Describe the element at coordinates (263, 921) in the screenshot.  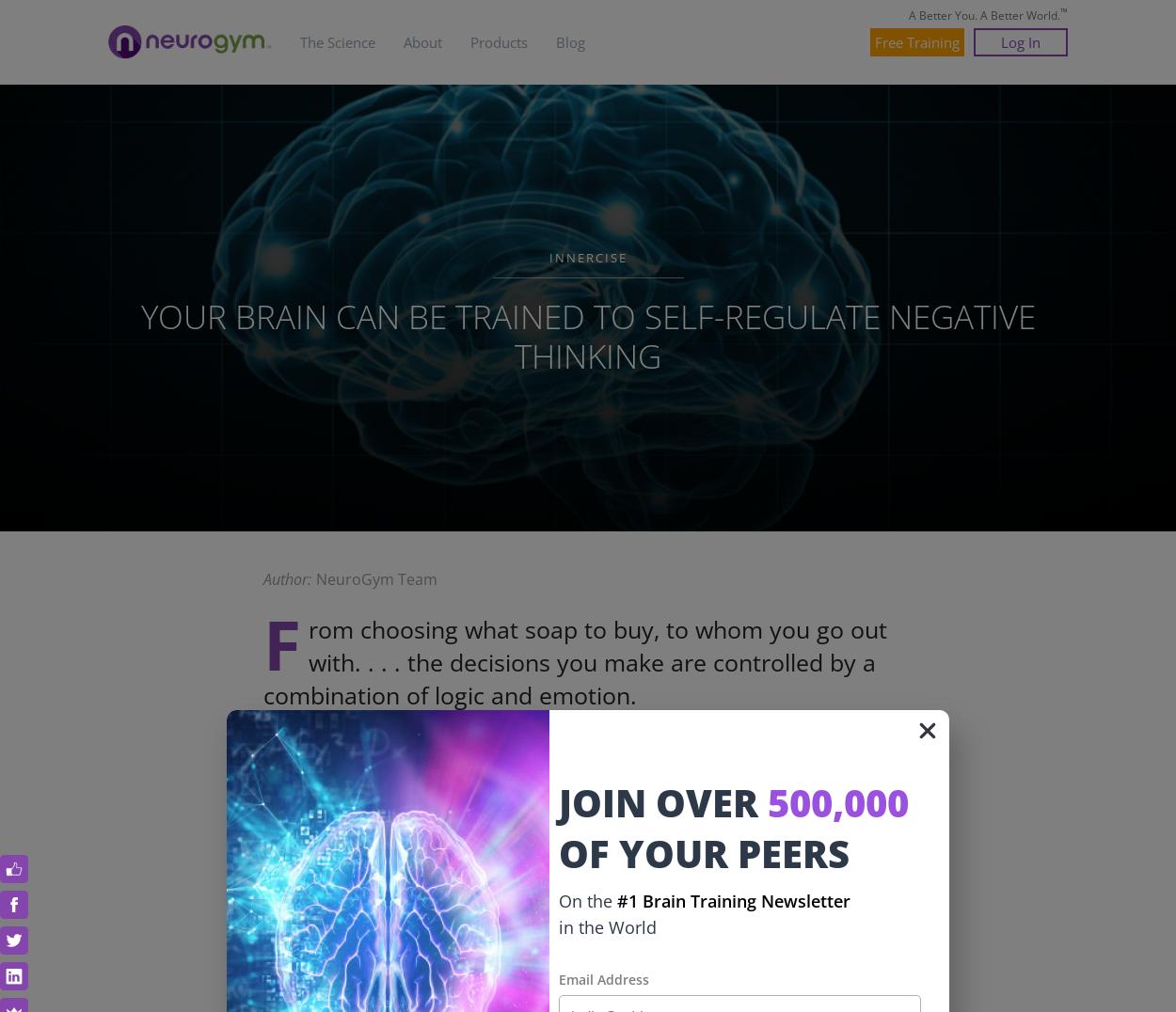
I see `'Understanding how the decision-making process works is essential to preventing poor choices in the future.'` at that location.